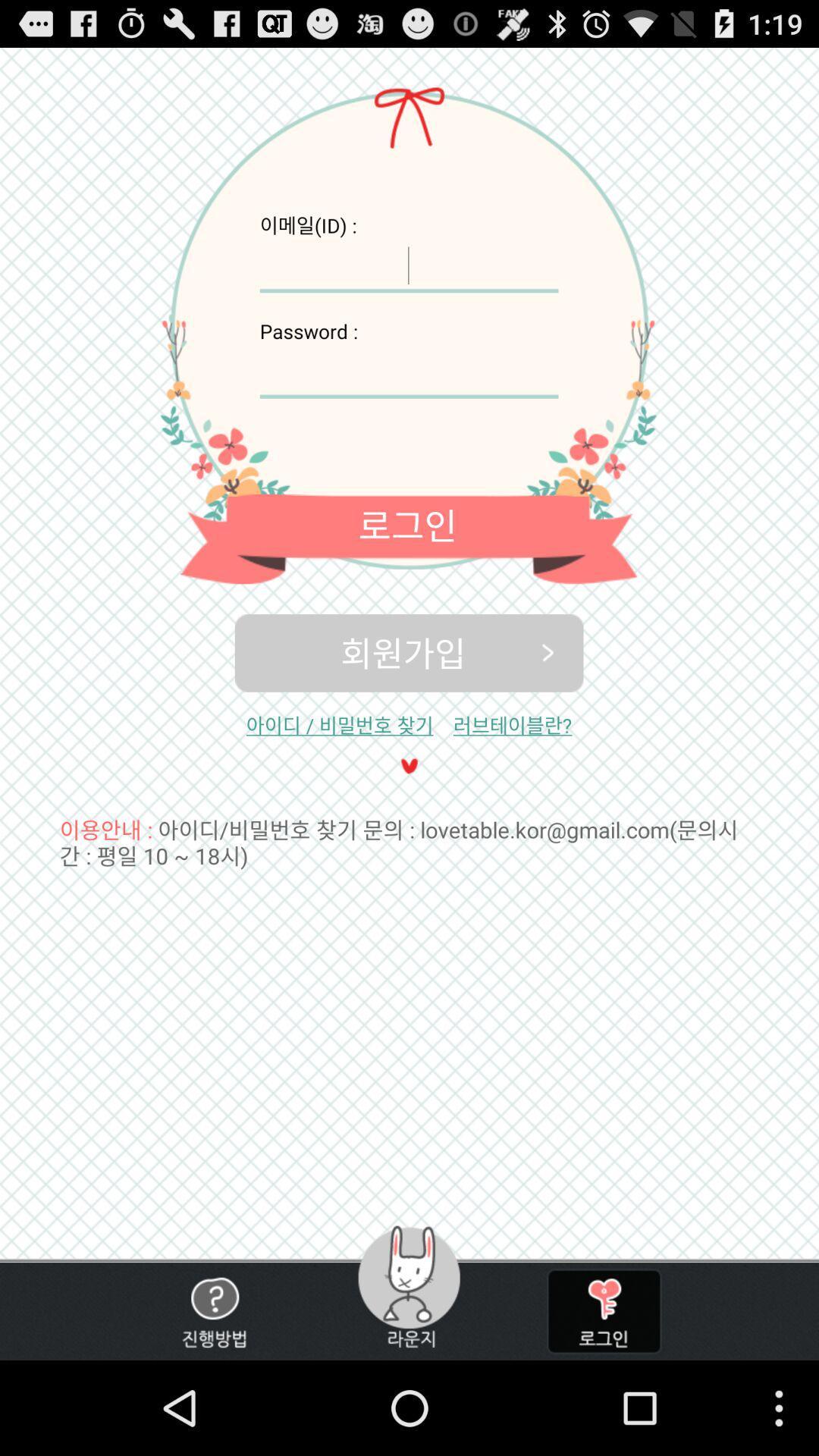 This screenshot has height=1456, width=819. I want to click on unlock app, so click(603, 1310).